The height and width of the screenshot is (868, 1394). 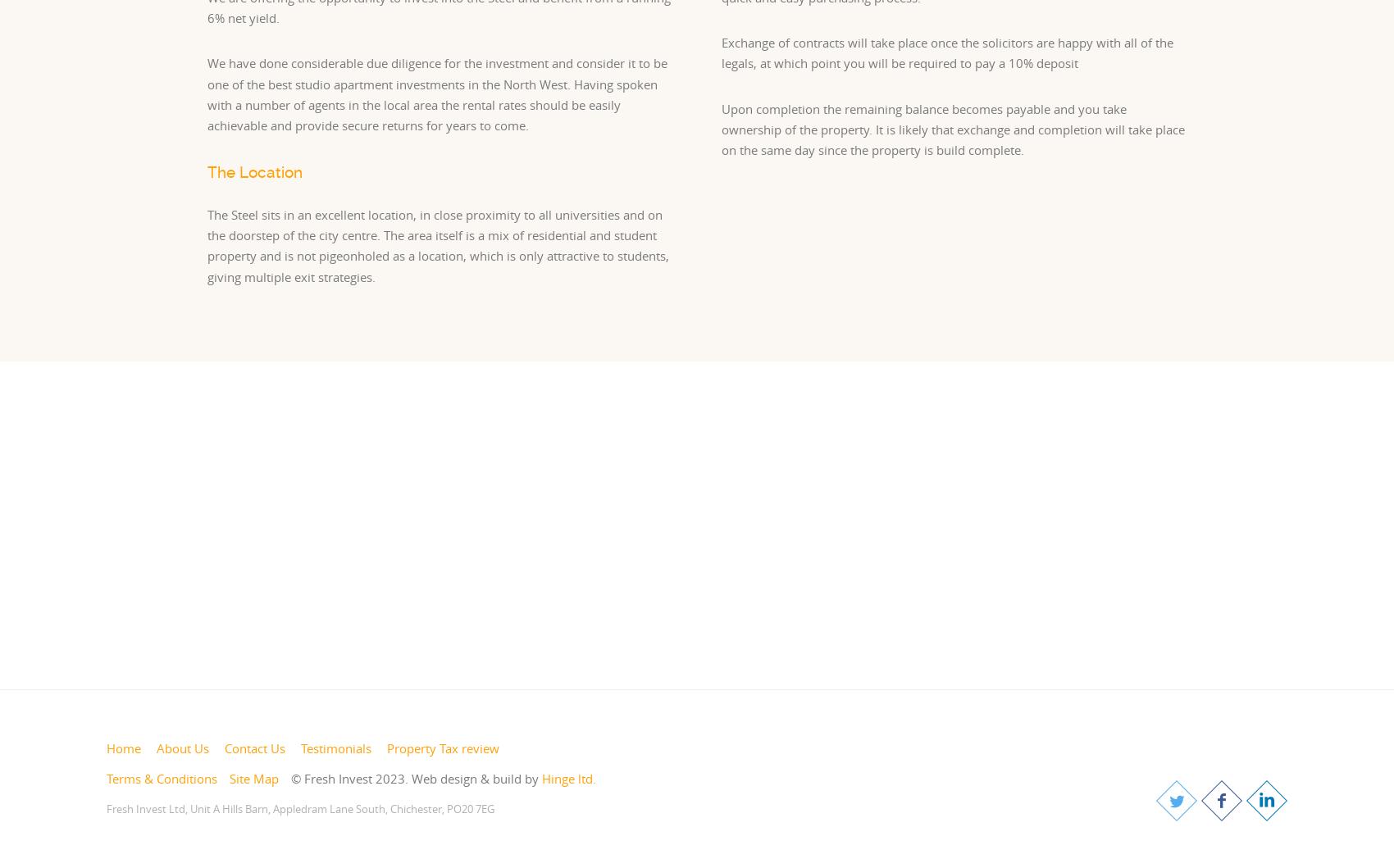 I want to click on 'Exchange of contracts will take place once the solicitors are happy with all of the legals, at which point you will be required to pay a 10% deposit', so click(x=947, y=52).